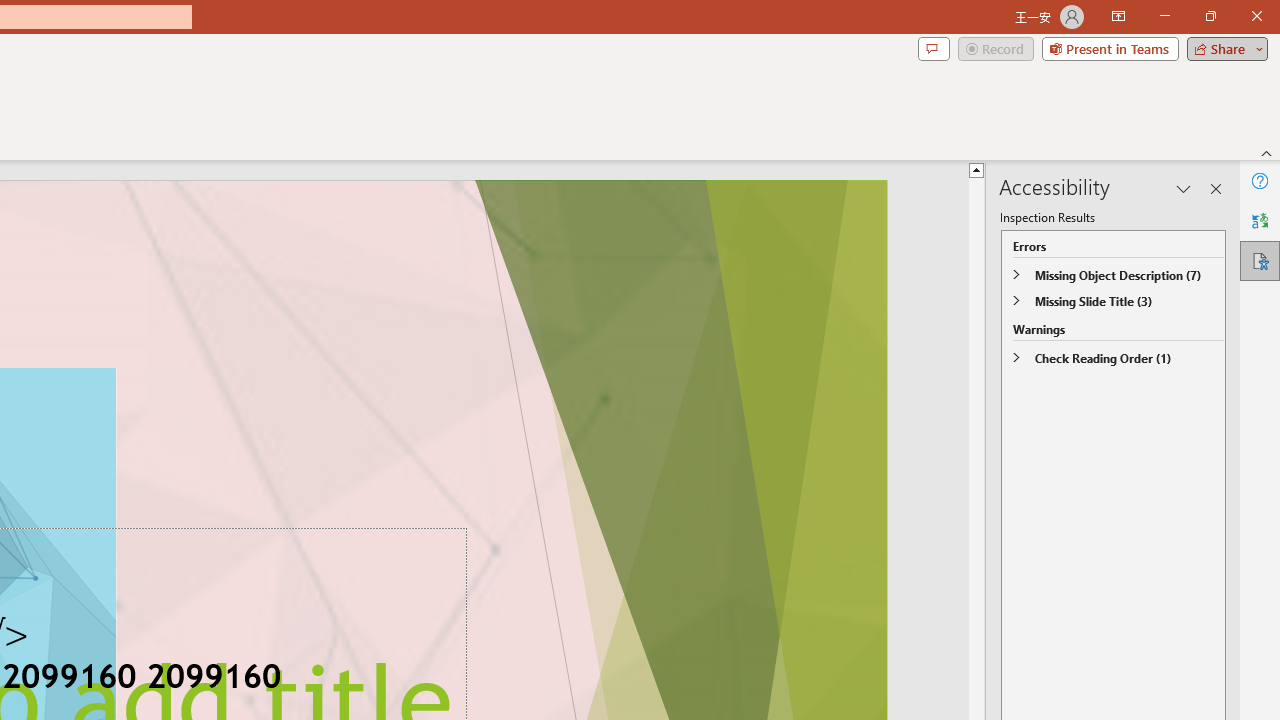  What do you see at coordinates (1117, 16) in the screenshot?
I see `'Ribbon Display Options'` at bounding box center [1117, 16].